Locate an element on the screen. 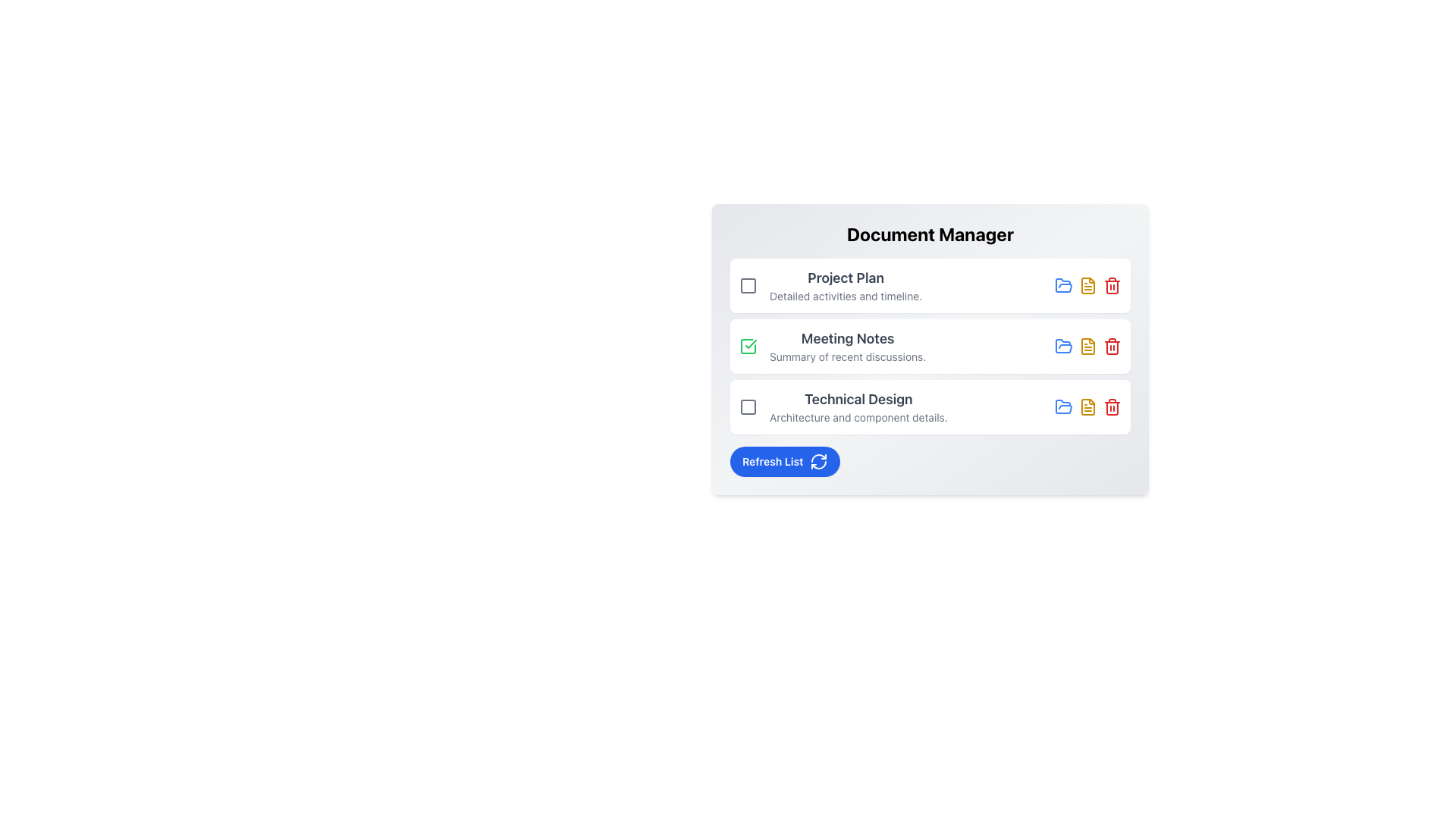 This screenshot has height=819, width=1456. text content of the label titled 'Project Plan' with the subtitle 'Detailed activities and timeline', located in the Document Manager section is located at coordinates (830, 286).